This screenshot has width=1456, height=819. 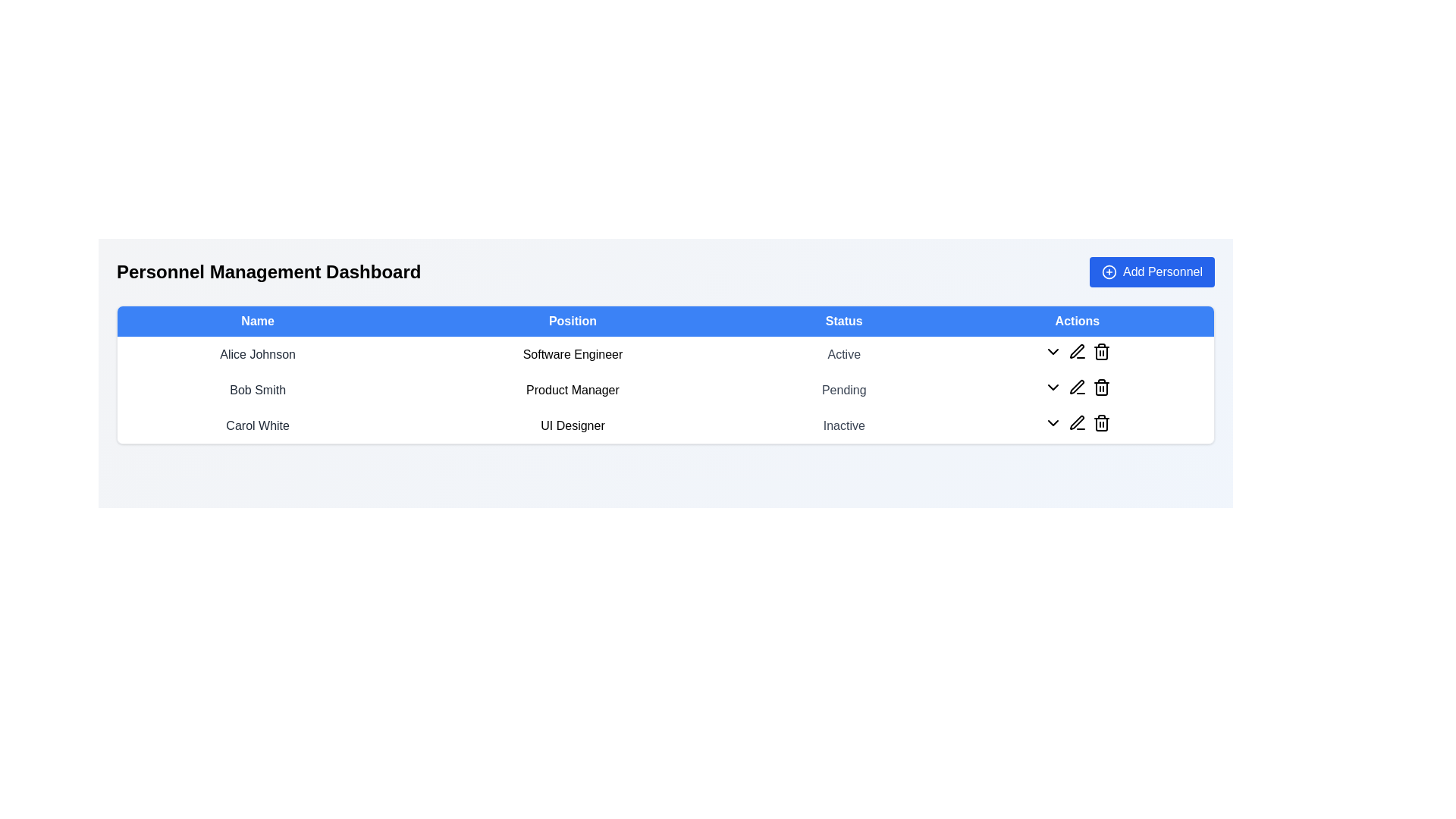 What do you see at coordinates (1076, 321) in the screenshot?
I see `the 'Actions' text label located at the far-right end of the header row in the table, which serves to label the associated action buttons for each row` at bounding box center [1076, 321].